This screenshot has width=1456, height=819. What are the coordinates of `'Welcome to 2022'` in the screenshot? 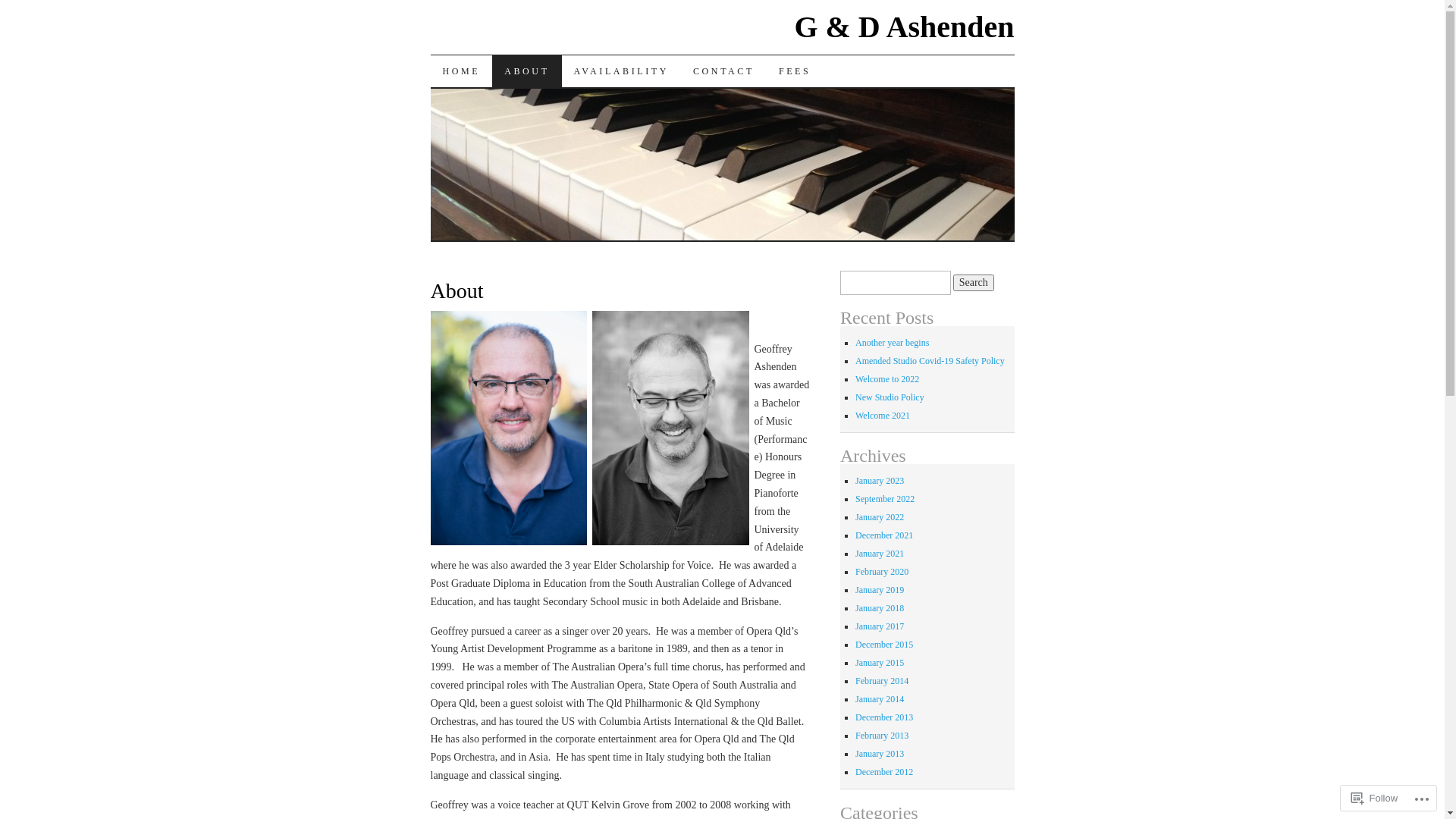 It's located at (855, 378).